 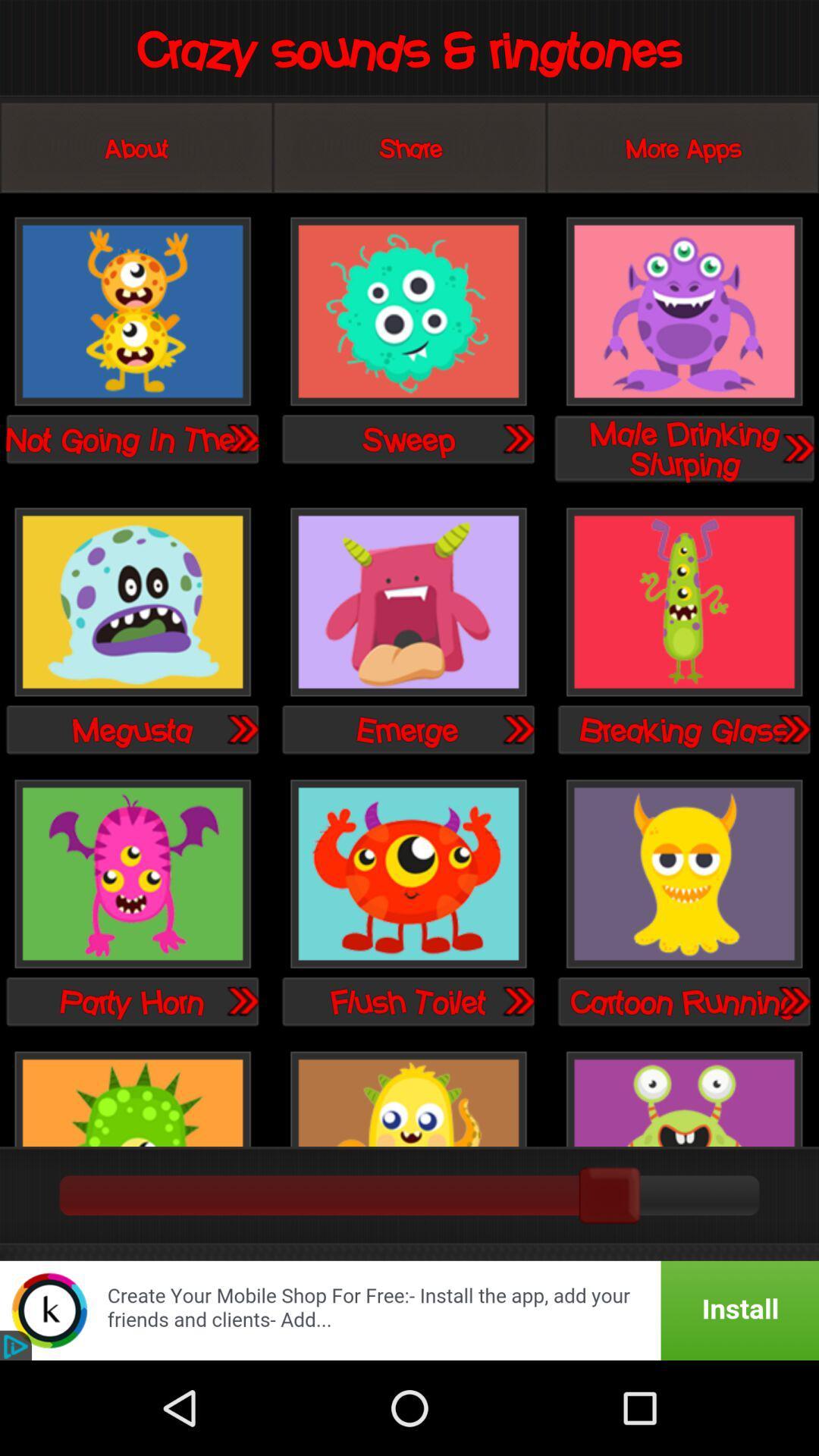 I want to click on sound, so click(x=132, y=312).